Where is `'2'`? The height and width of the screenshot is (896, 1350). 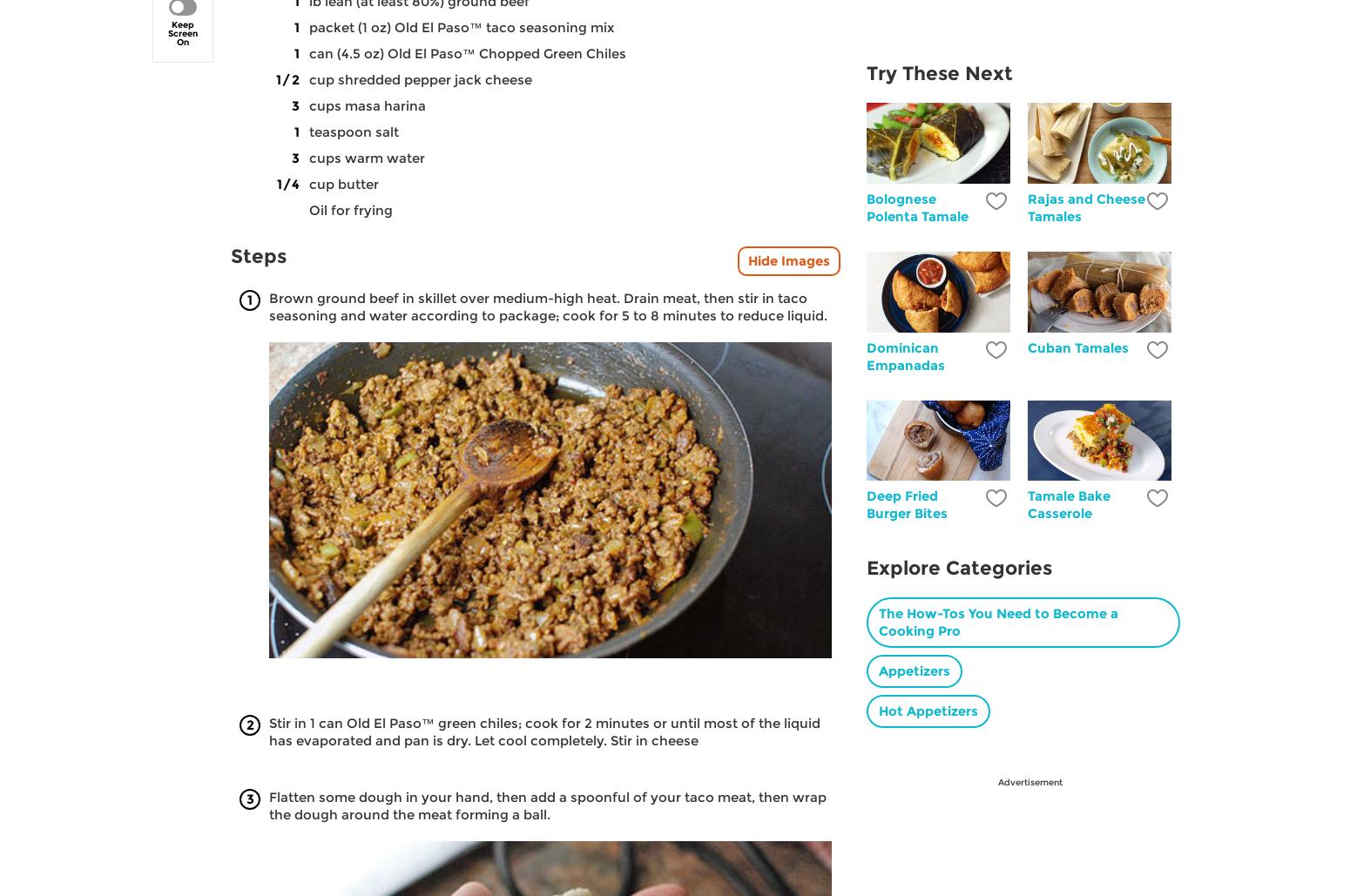
'2' is located at coordinates (249, 724).